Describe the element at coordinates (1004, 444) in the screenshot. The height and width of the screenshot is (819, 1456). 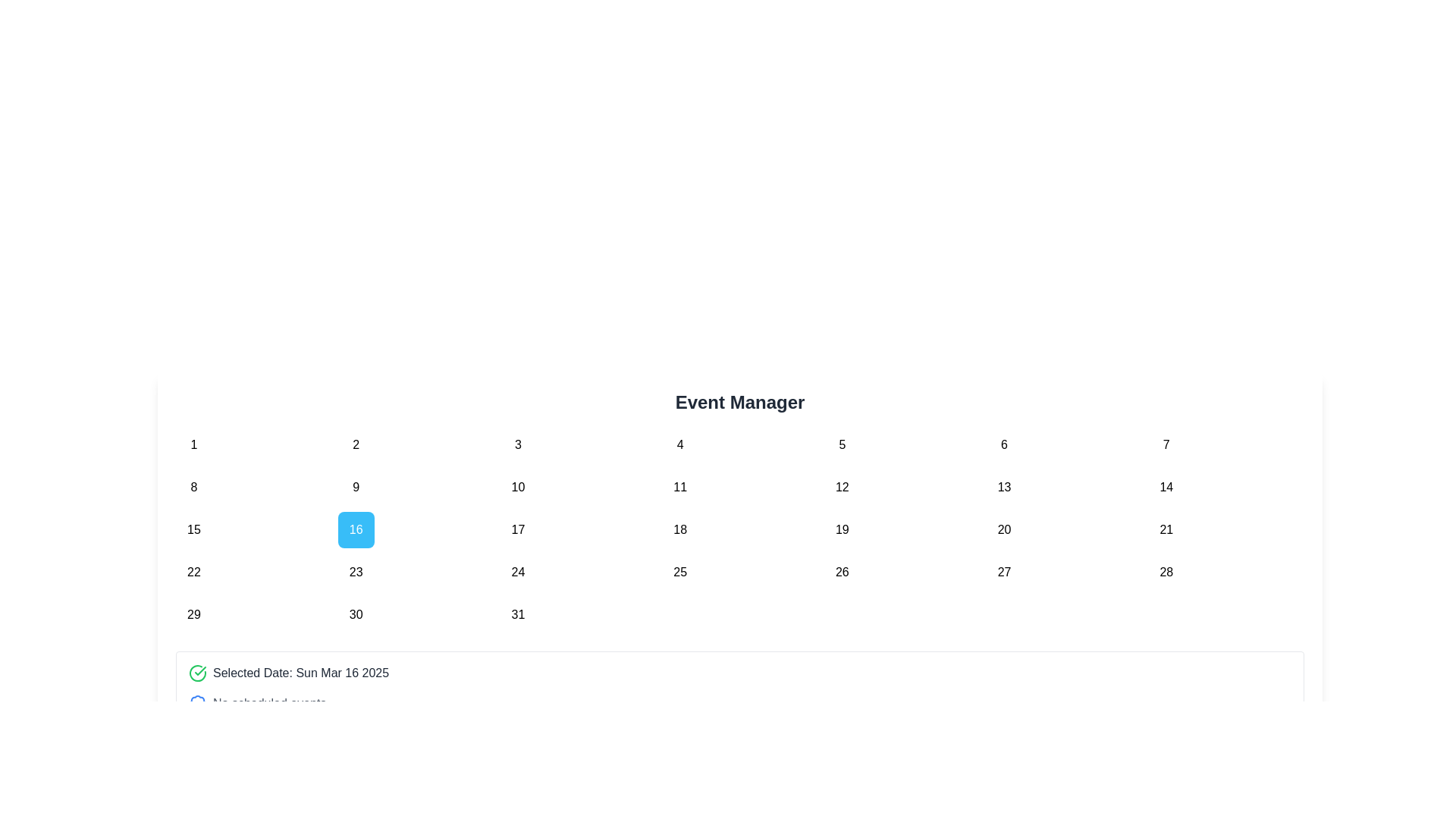
I see `the button representing the sixth day in the calendar view` at that location.